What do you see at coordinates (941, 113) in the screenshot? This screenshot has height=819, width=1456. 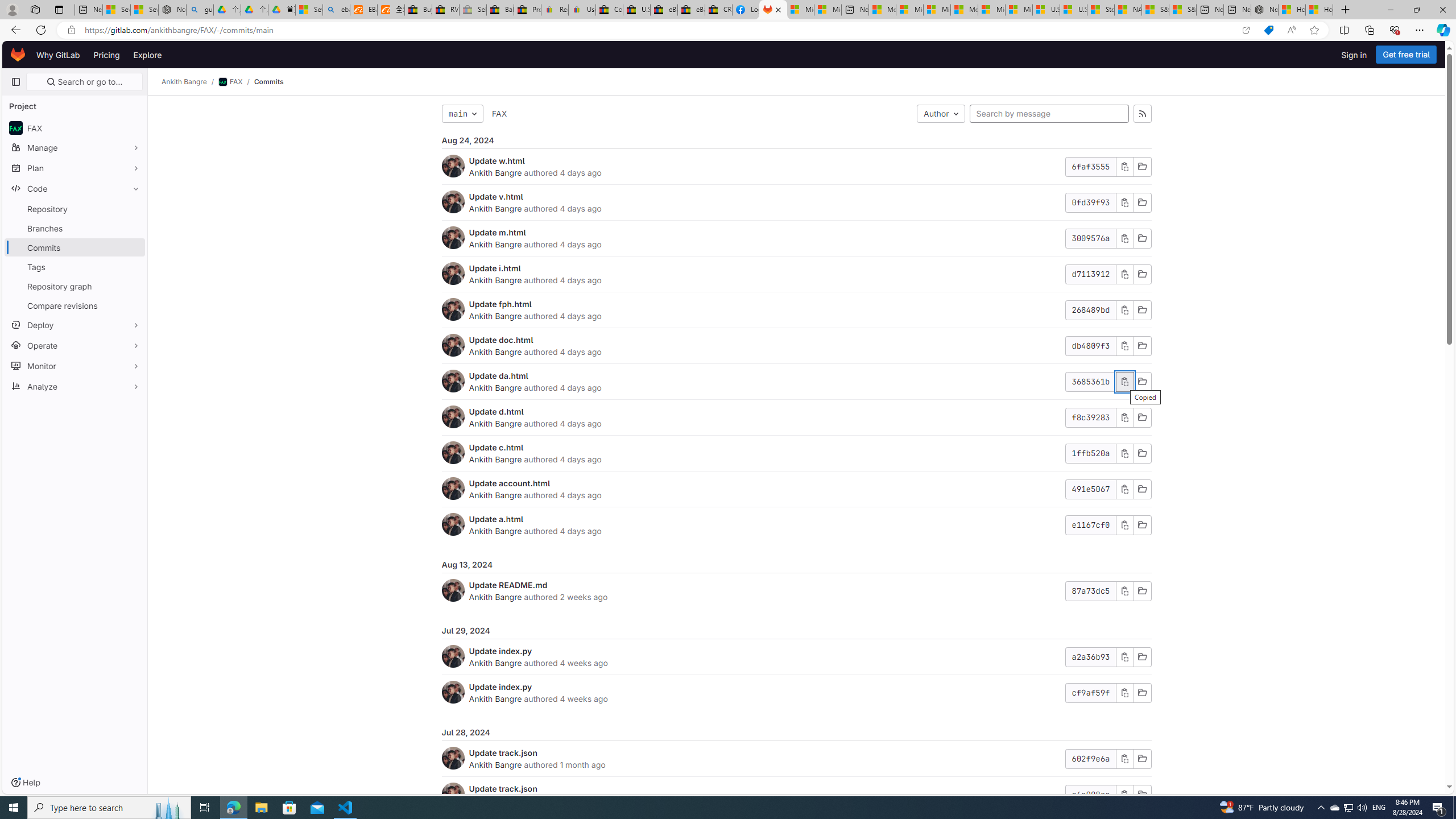 I see `'Author'` at bounding box center [941, 113].